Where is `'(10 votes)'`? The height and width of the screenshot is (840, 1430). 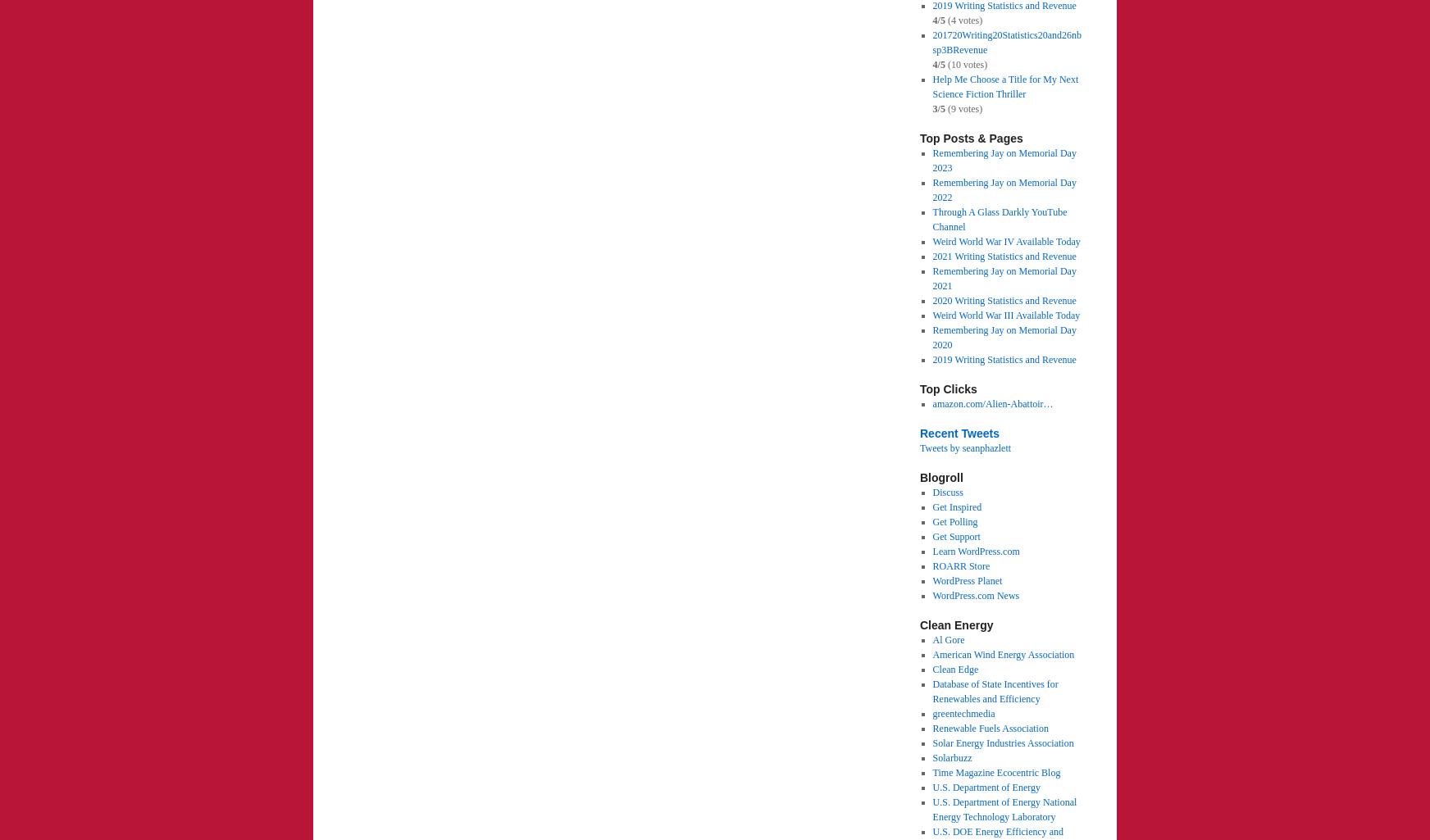 '(10 votes)' is located at coordinates (965, 64).